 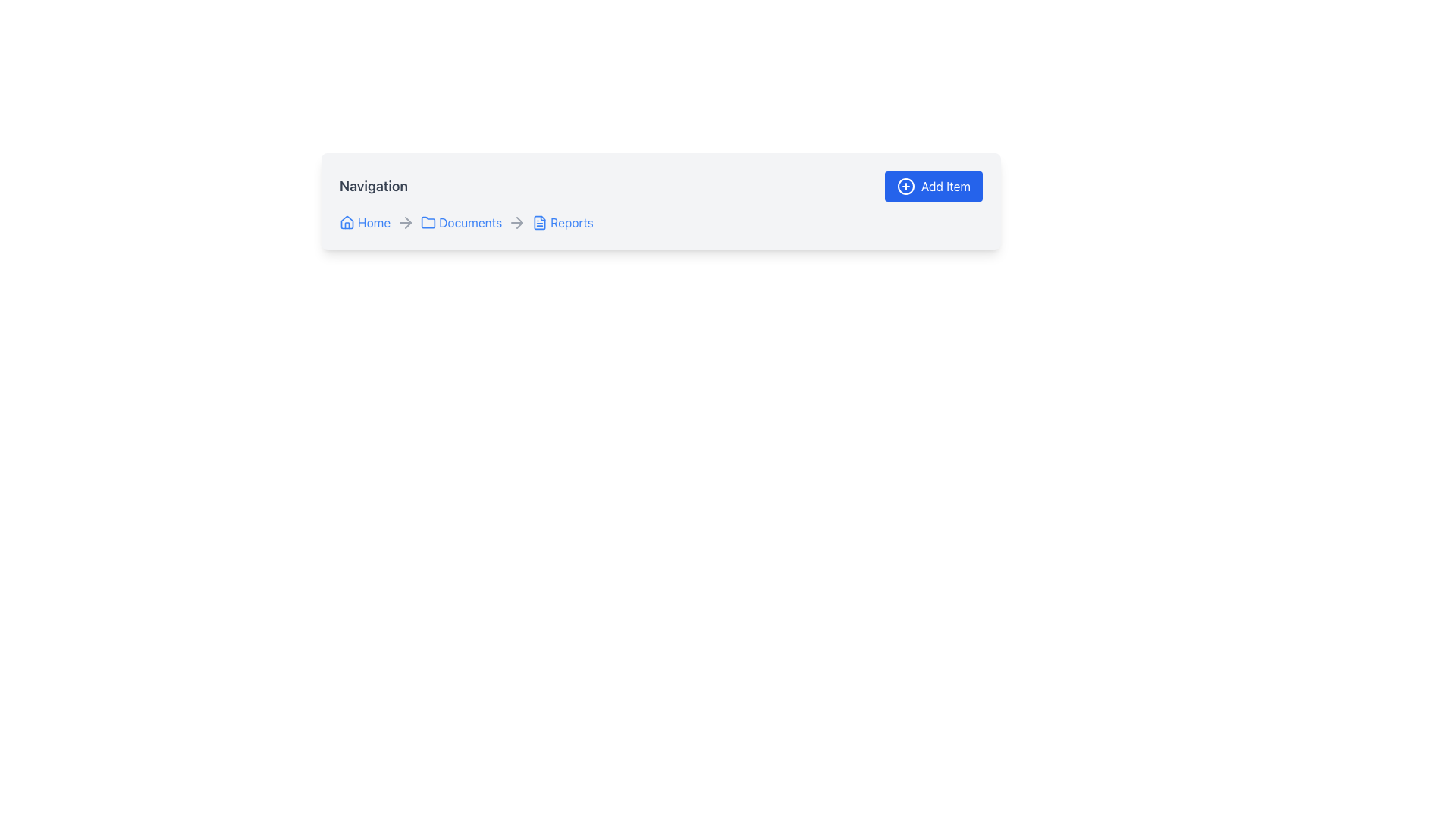 What do you see at coordinates (374, 222) in the screenshot?
I see `the 'Home' text link in the breadcrumb navigation bar` at bounding box center [374, 222].